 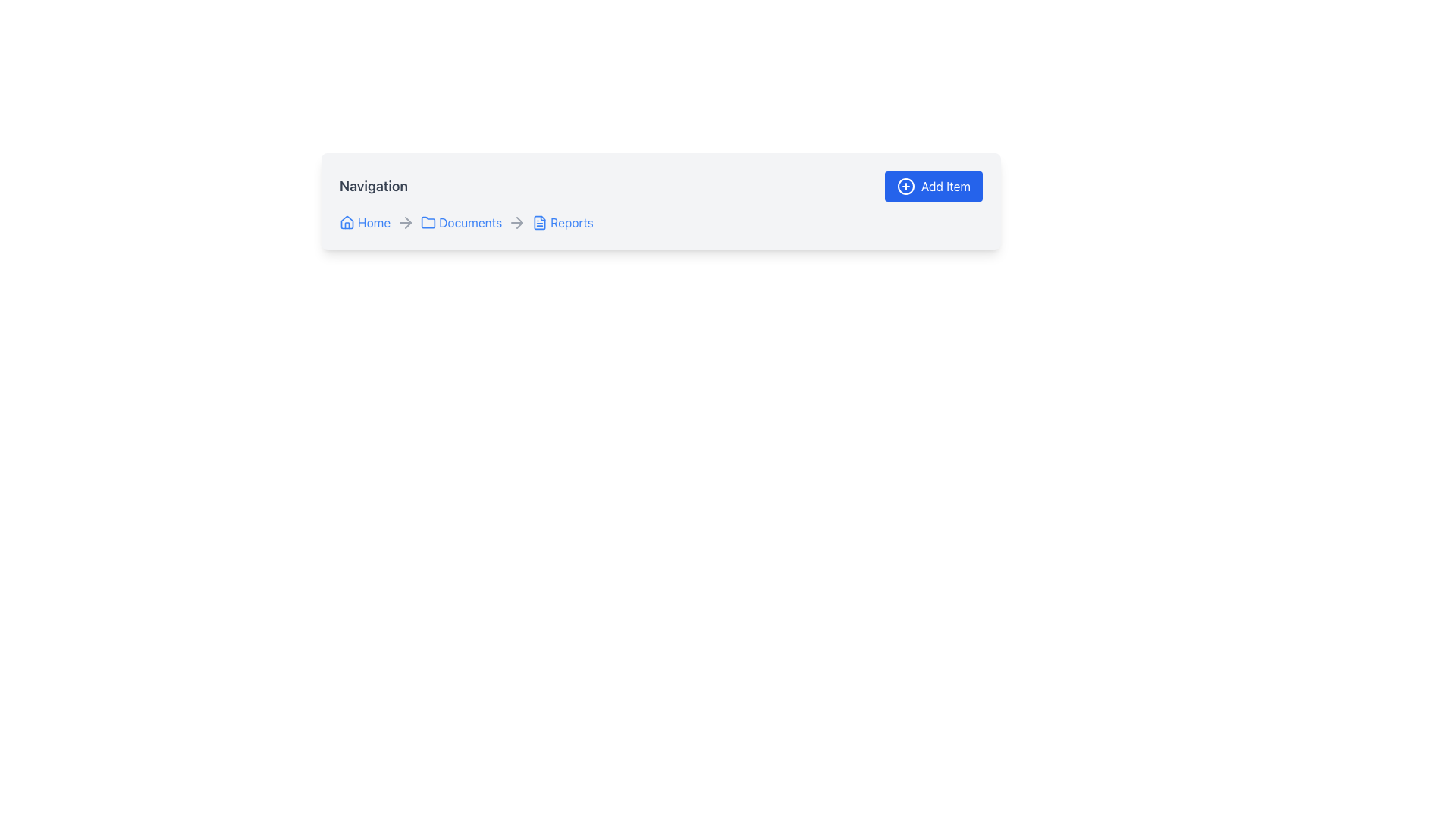 What do you see at coordinates (374, 222) in the screenshot?
I see `the 'Home' text link in the breadcrumb navigation bar` at bounding box center [374, 222].